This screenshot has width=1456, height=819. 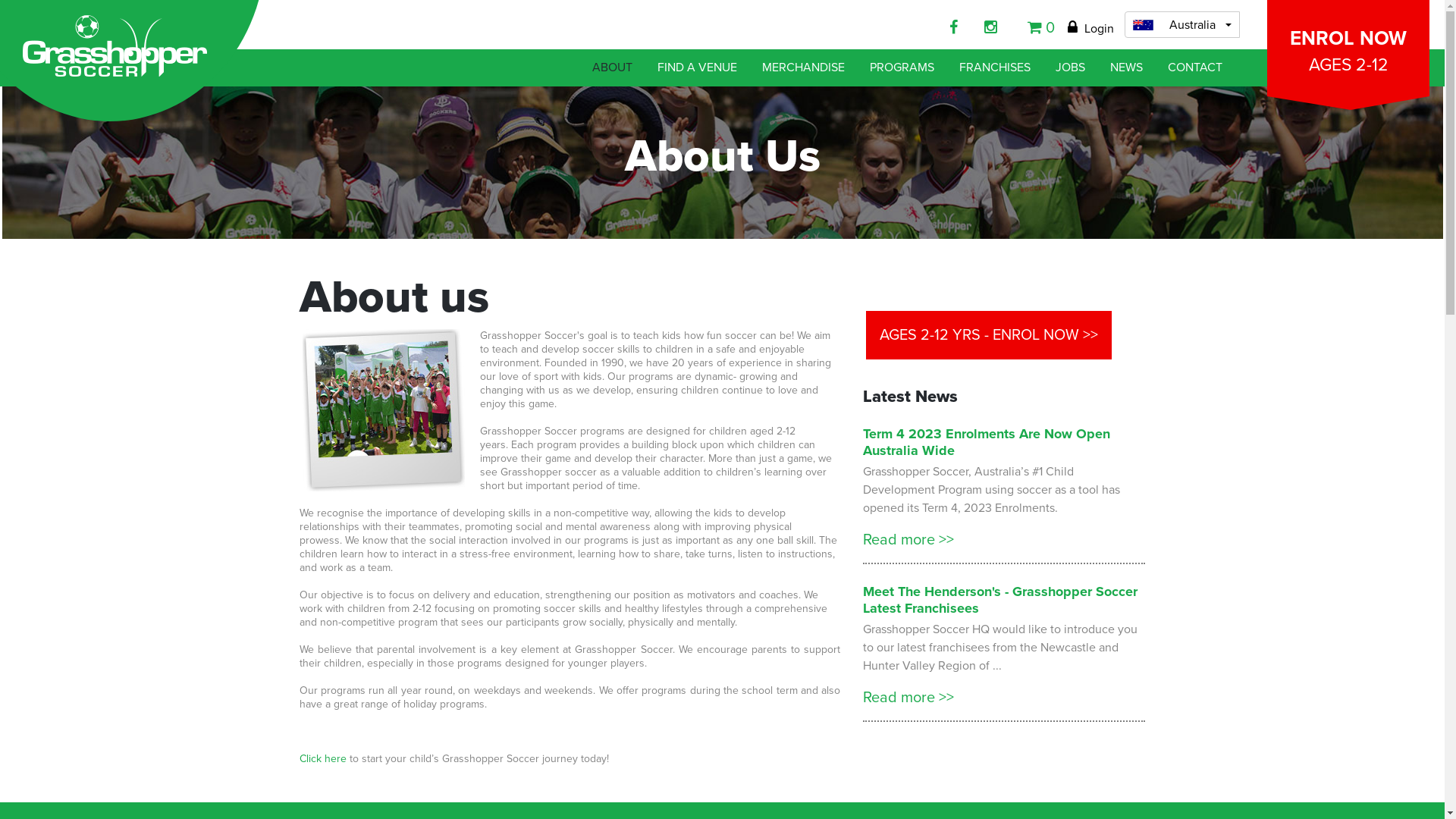 What do you see at coordinates (989, 334) in the screenshot?
I see `'AGES 2-12 YRS - ENROL NOW >>'` at bounding box center [989, 334].